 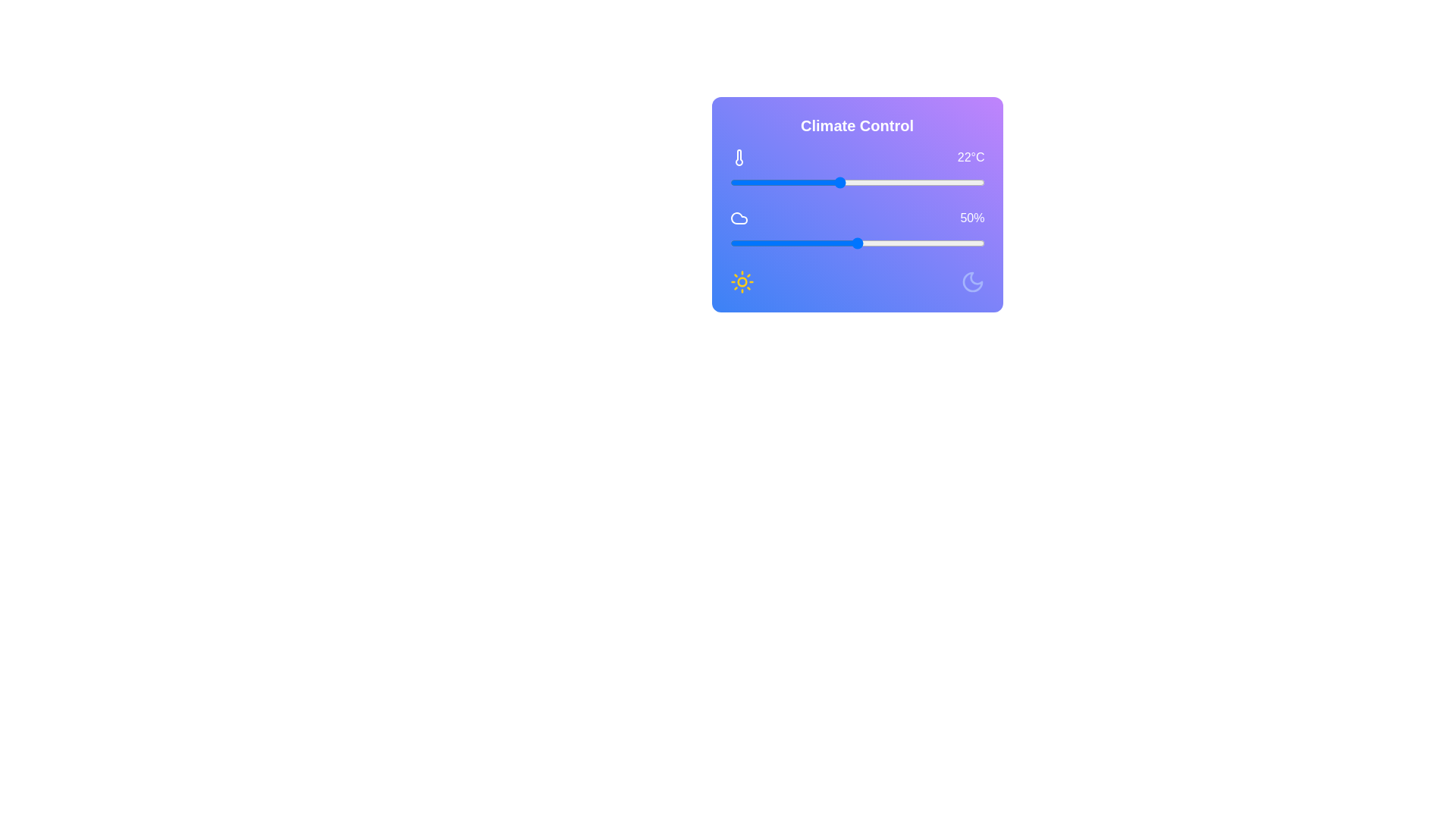 I want to click on the cloud icon located to the left of the '50%' text, indicating humidity functionality, so click(x=739, y=218).